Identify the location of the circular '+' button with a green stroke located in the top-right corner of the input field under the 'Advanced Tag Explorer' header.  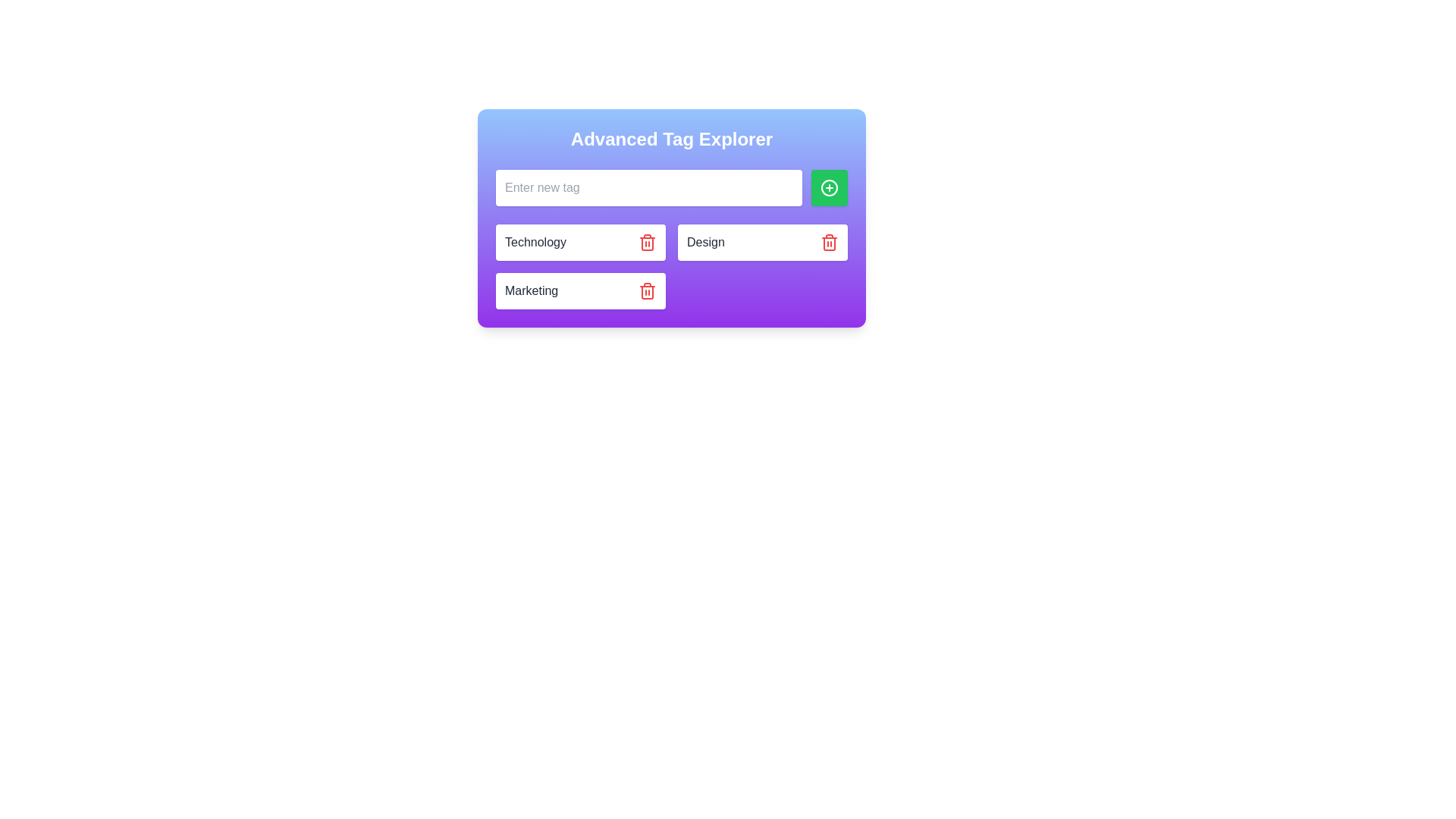
(829, 187).